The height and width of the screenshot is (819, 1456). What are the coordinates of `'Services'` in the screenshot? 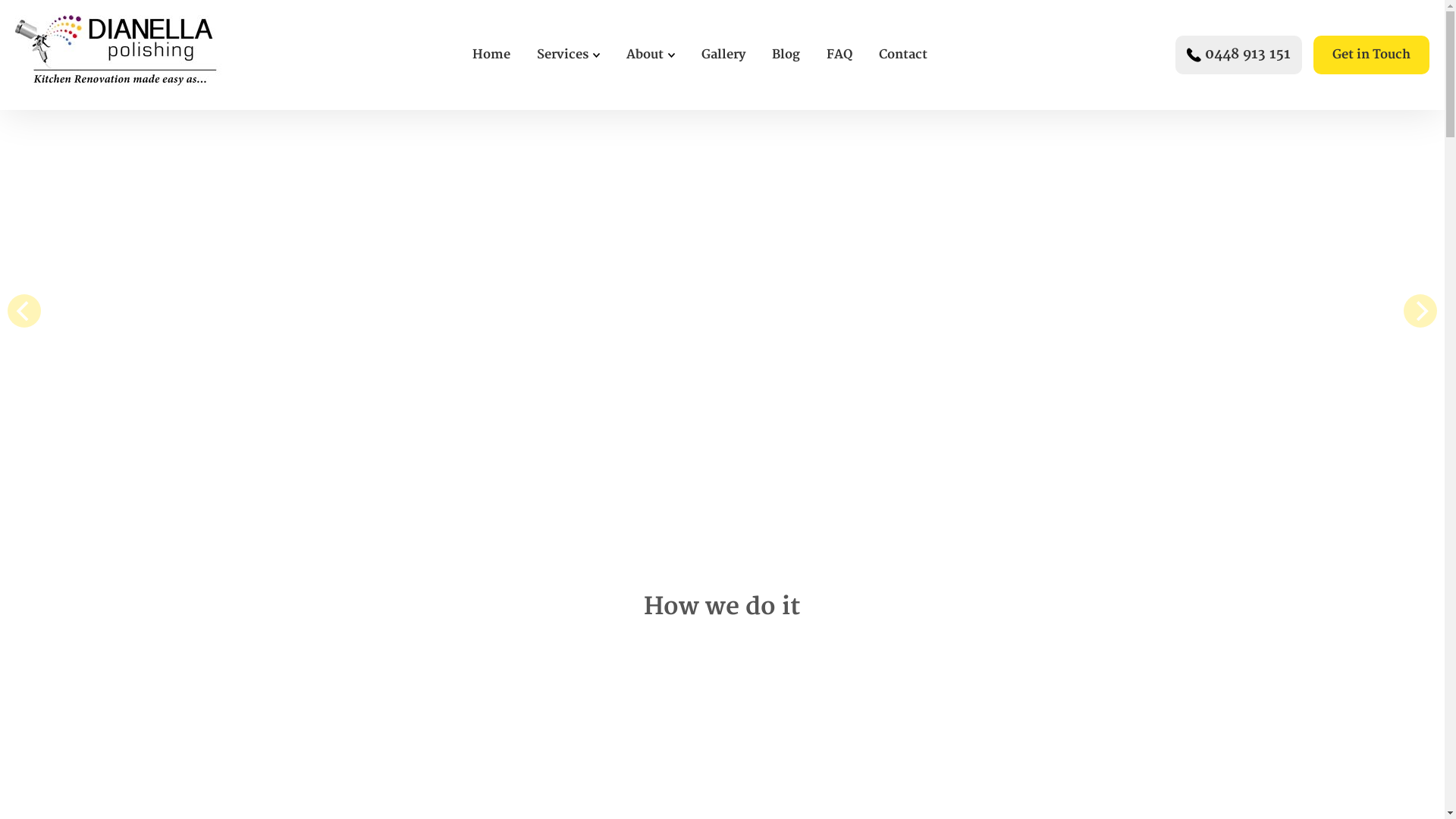 It's located at (562, 54).